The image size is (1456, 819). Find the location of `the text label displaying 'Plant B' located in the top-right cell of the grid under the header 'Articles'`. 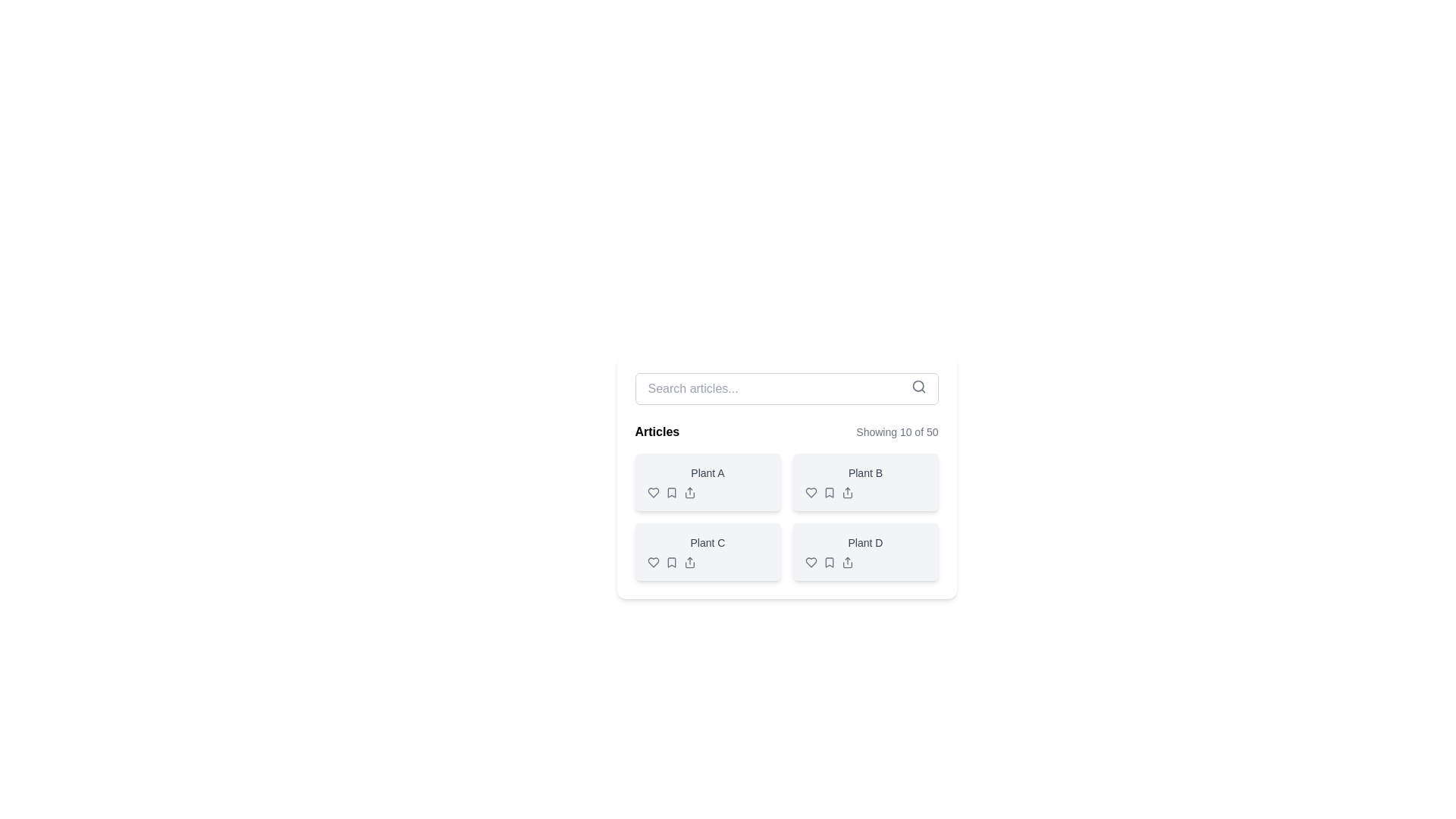

the text label displaying 'Plant B' located in the top-right cell of the grid under the header 'Articles' is located at coordinates (865, 472).